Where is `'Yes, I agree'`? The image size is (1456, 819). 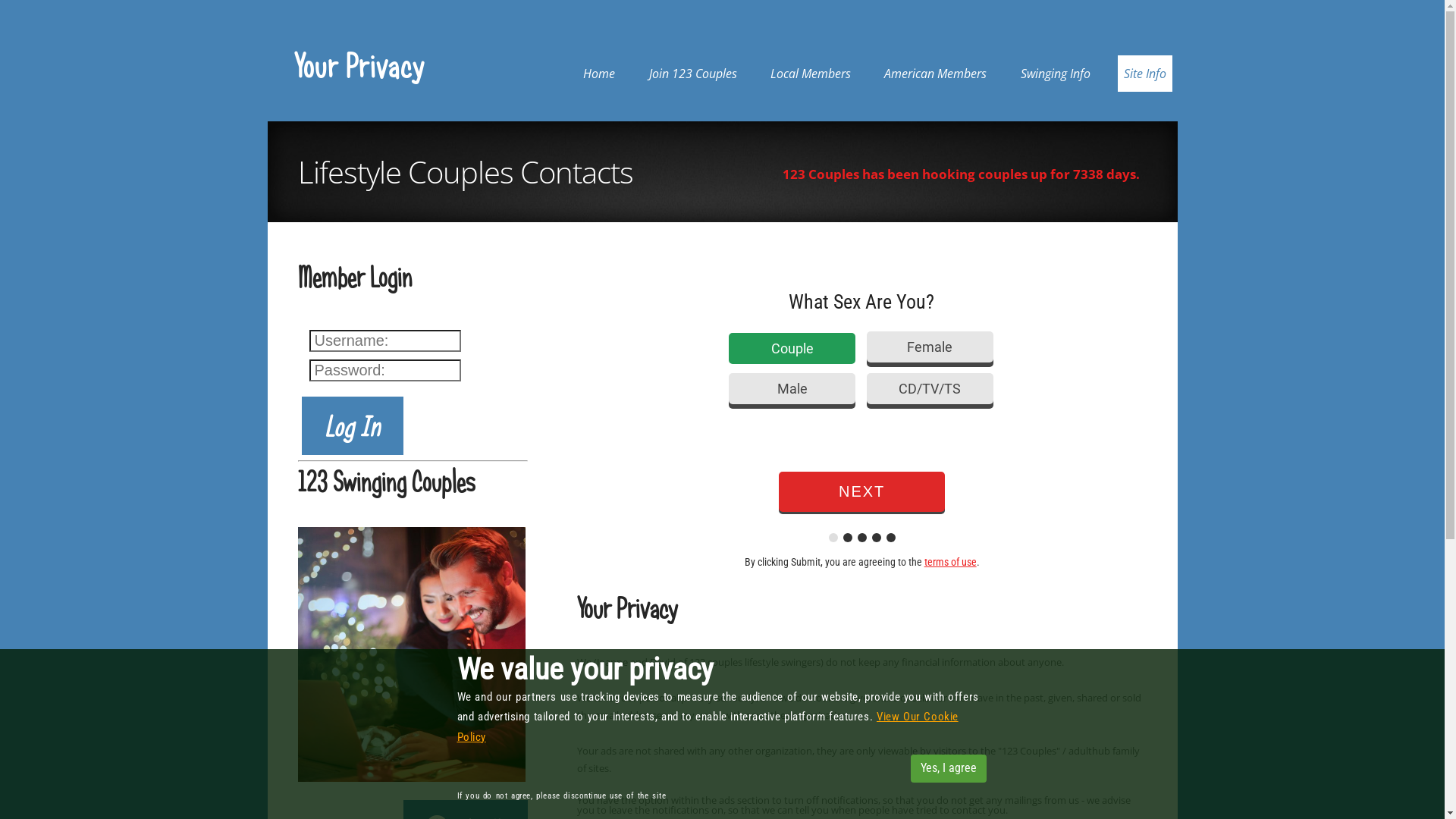 'Yes, I agree' is located at coordinates (946, 768).